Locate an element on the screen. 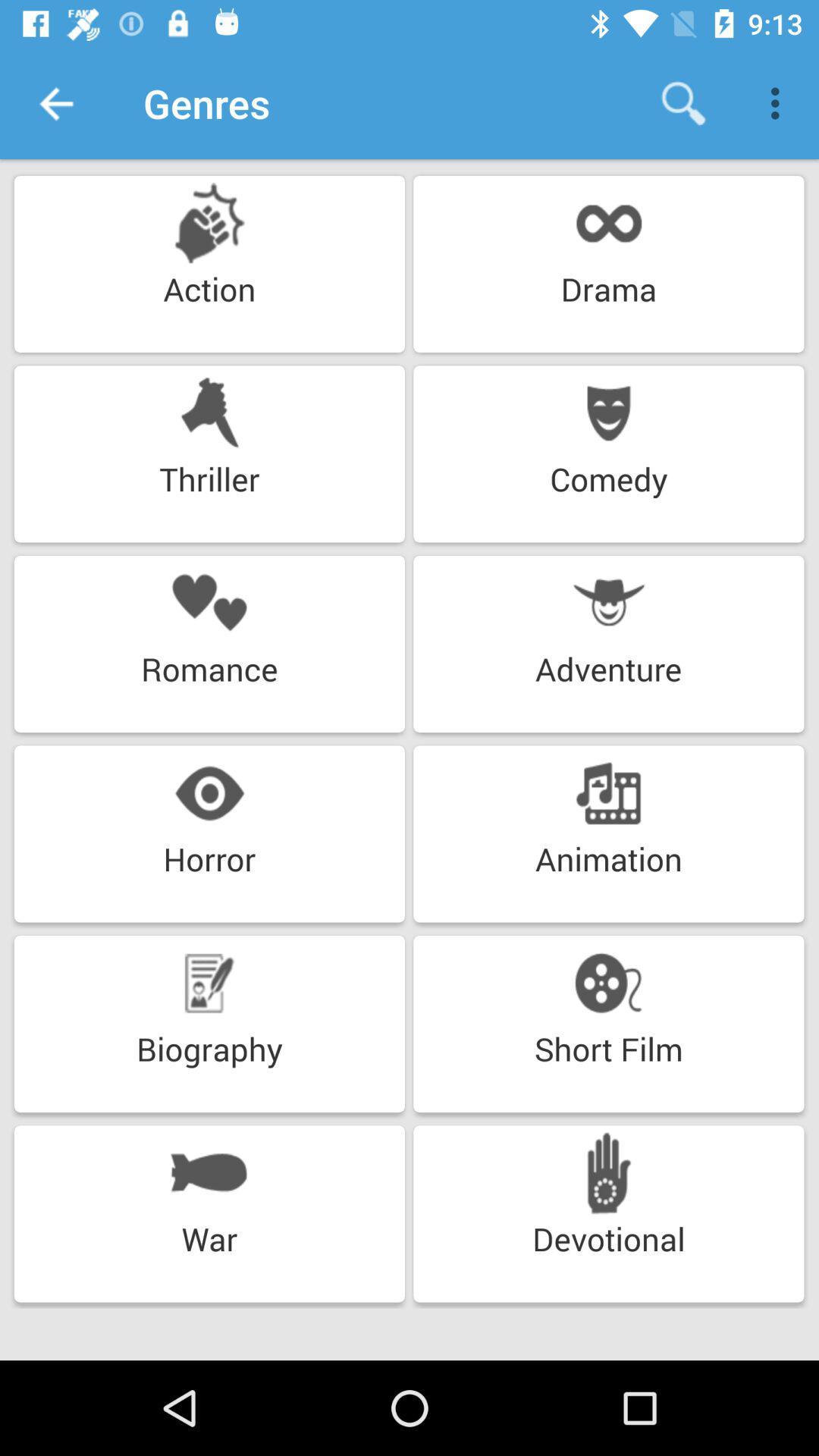 The width and height of the screenshot is (819, 1456). the icon to the left of the genres is located at coordinates (55, 102).